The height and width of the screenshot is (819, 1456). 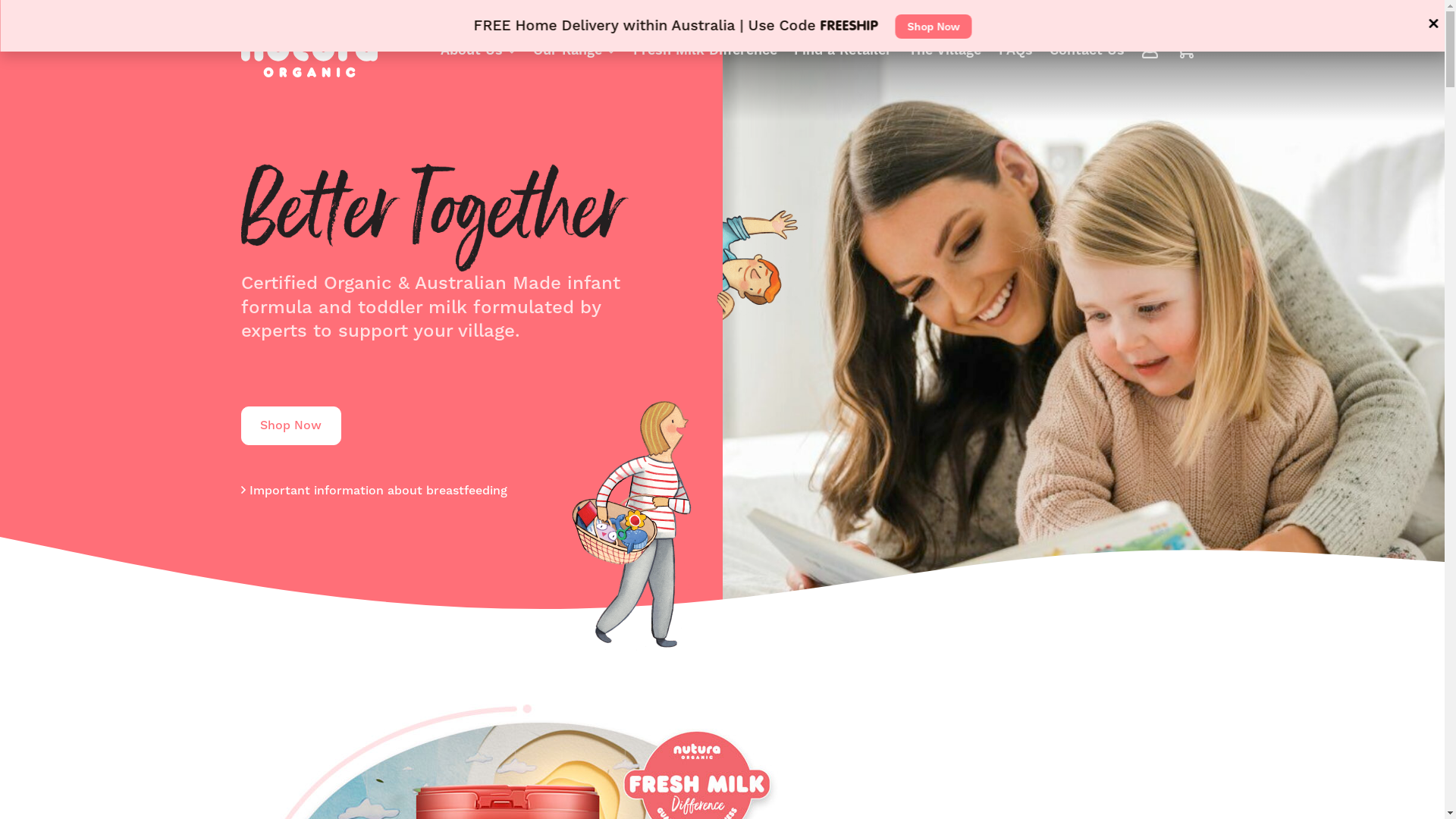 I want to click on 'Close this module', so click(x=1421, y=23).